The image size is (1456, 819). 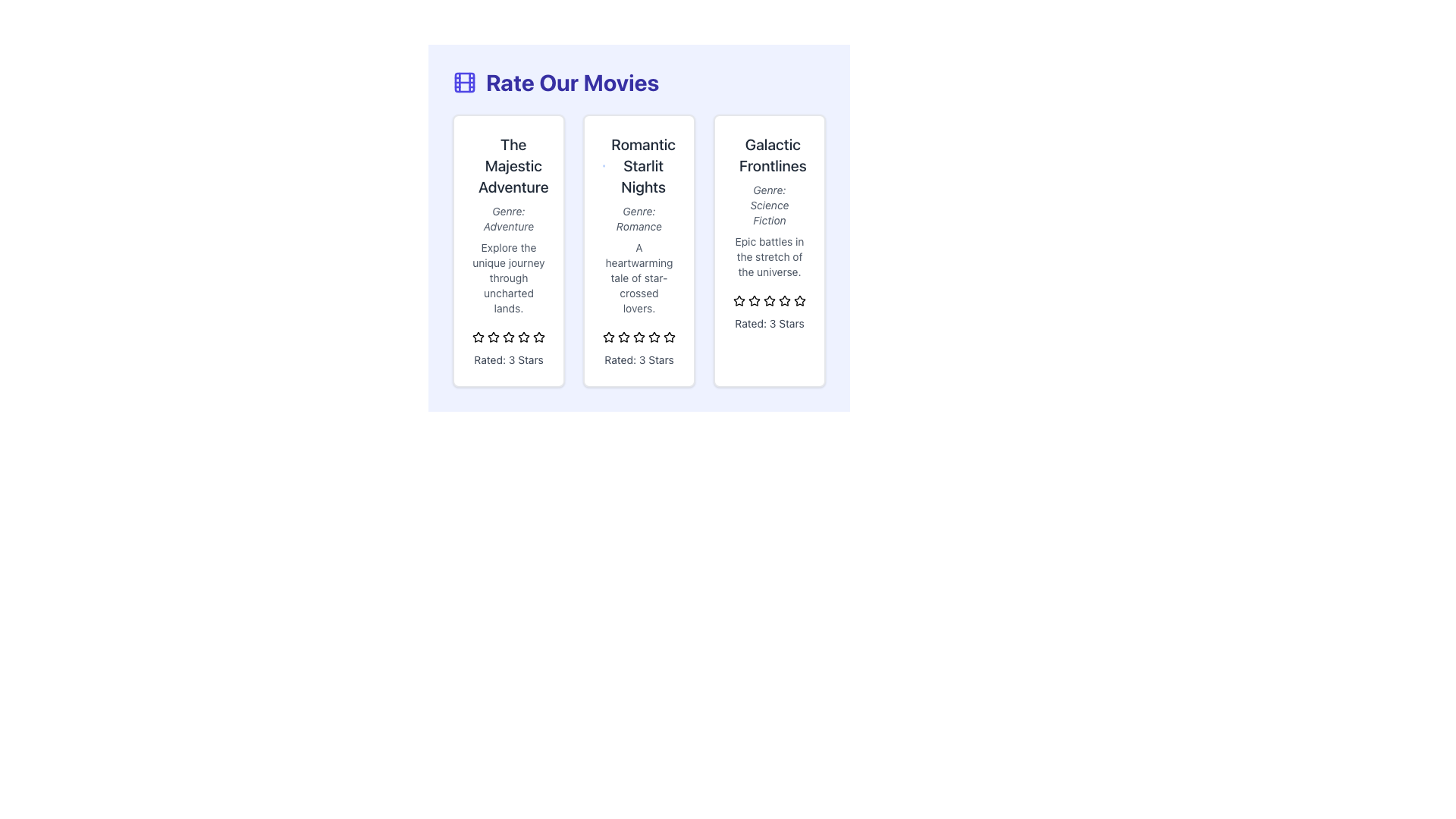 I want to click on the bold text headline that reads 'Rate Our Movies', which is prominently displayed at the top-center of the interface, slightly to the right of a small indigo film strip icon, so click(x=572, y=82).